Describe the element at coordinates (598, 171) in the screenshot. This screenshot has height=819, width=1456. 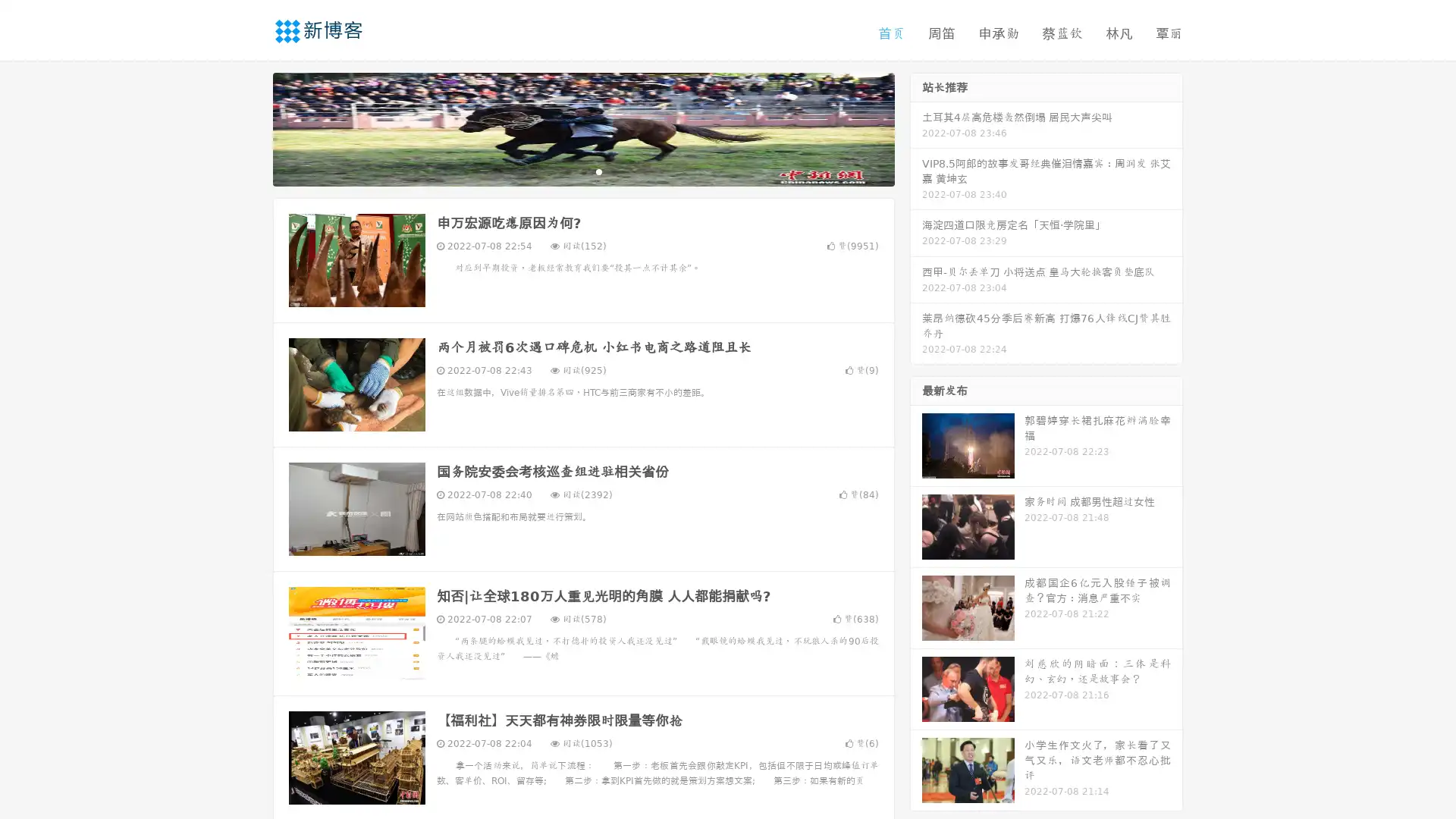
I see `Go to slide 3` at that location.